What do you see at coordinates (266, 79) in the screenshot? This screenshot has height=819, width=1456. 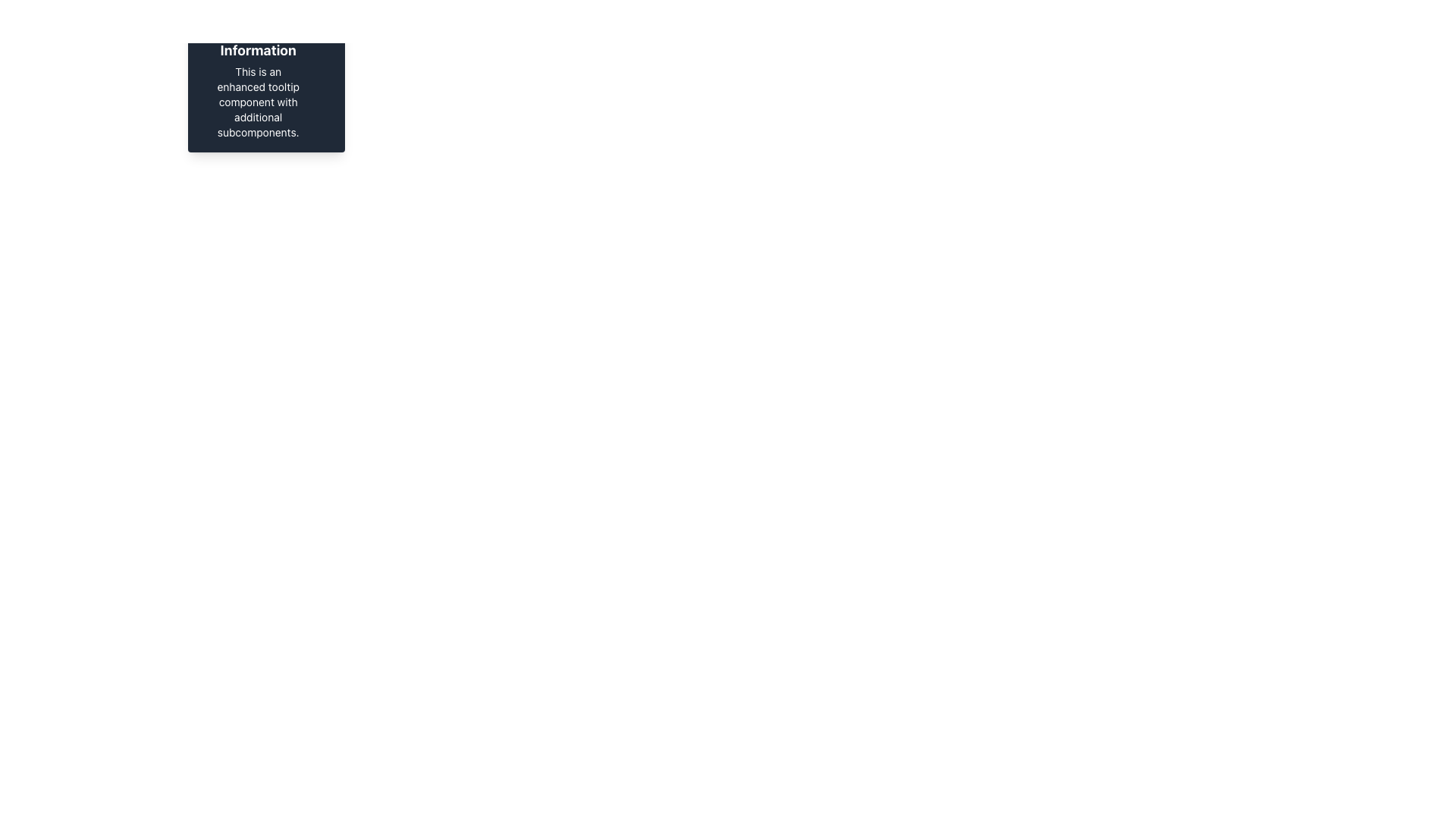 I see `the tooltip component with a dark background, rounded corners, and white text that displays 'Information'` at bounding box center [266, 79].